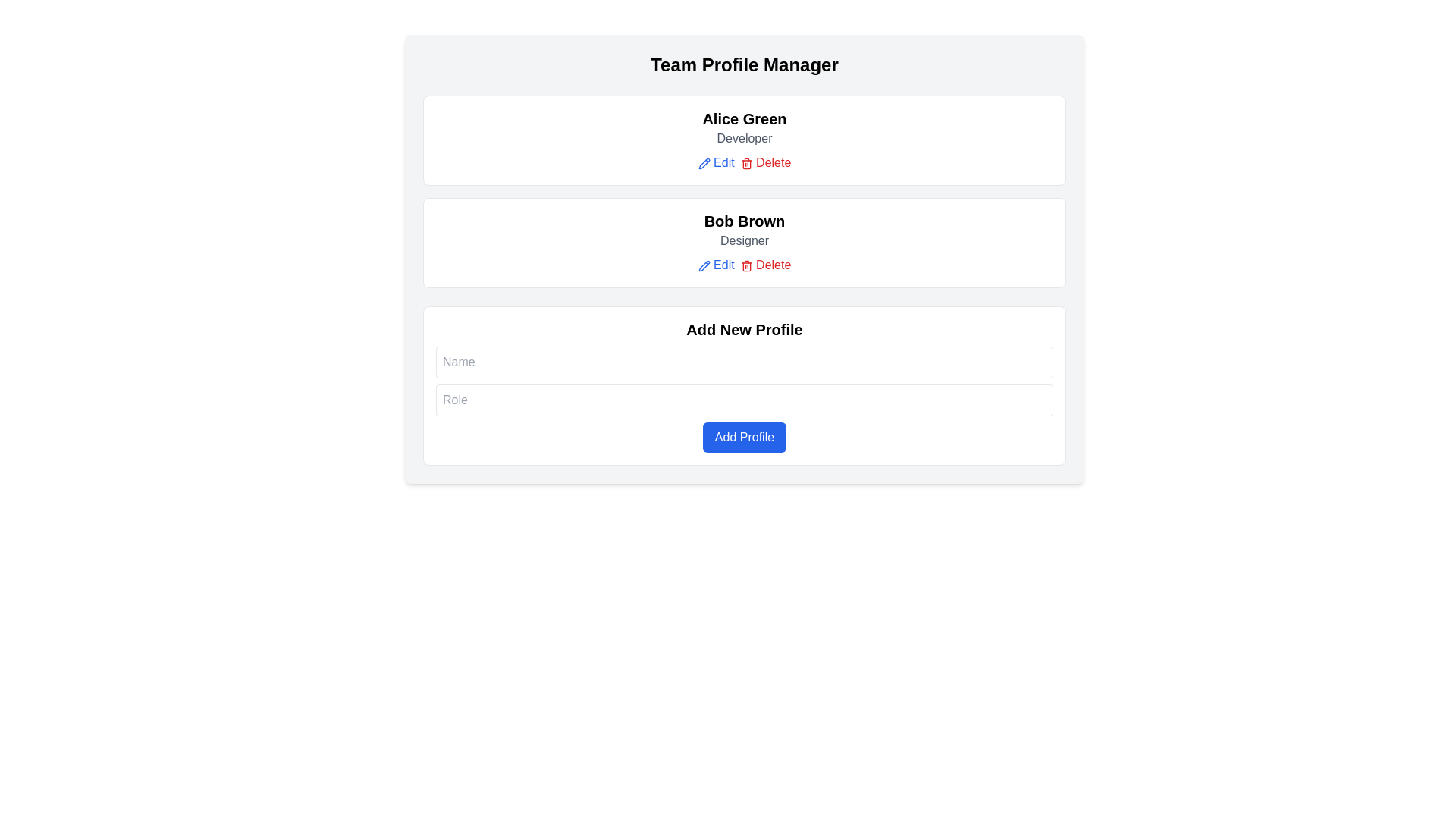  I want to click on the 'Delete' button, which is styled in red and associated with a trash bin icon, located at the bottom-right of Alice Green's profile section, so click(745, 163).